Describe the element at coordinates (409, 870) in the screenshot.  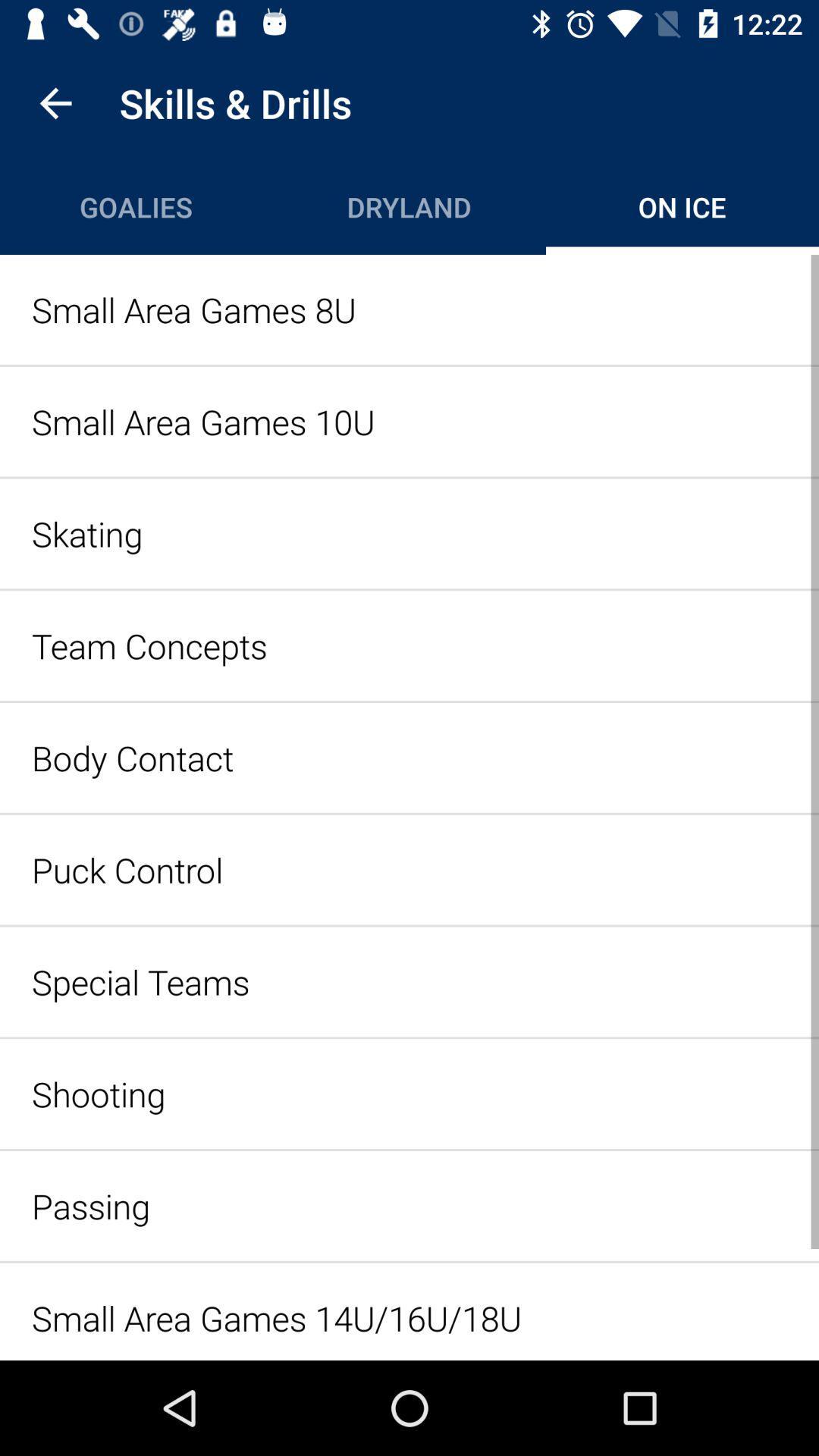
I see `the item below body contact` at that location.